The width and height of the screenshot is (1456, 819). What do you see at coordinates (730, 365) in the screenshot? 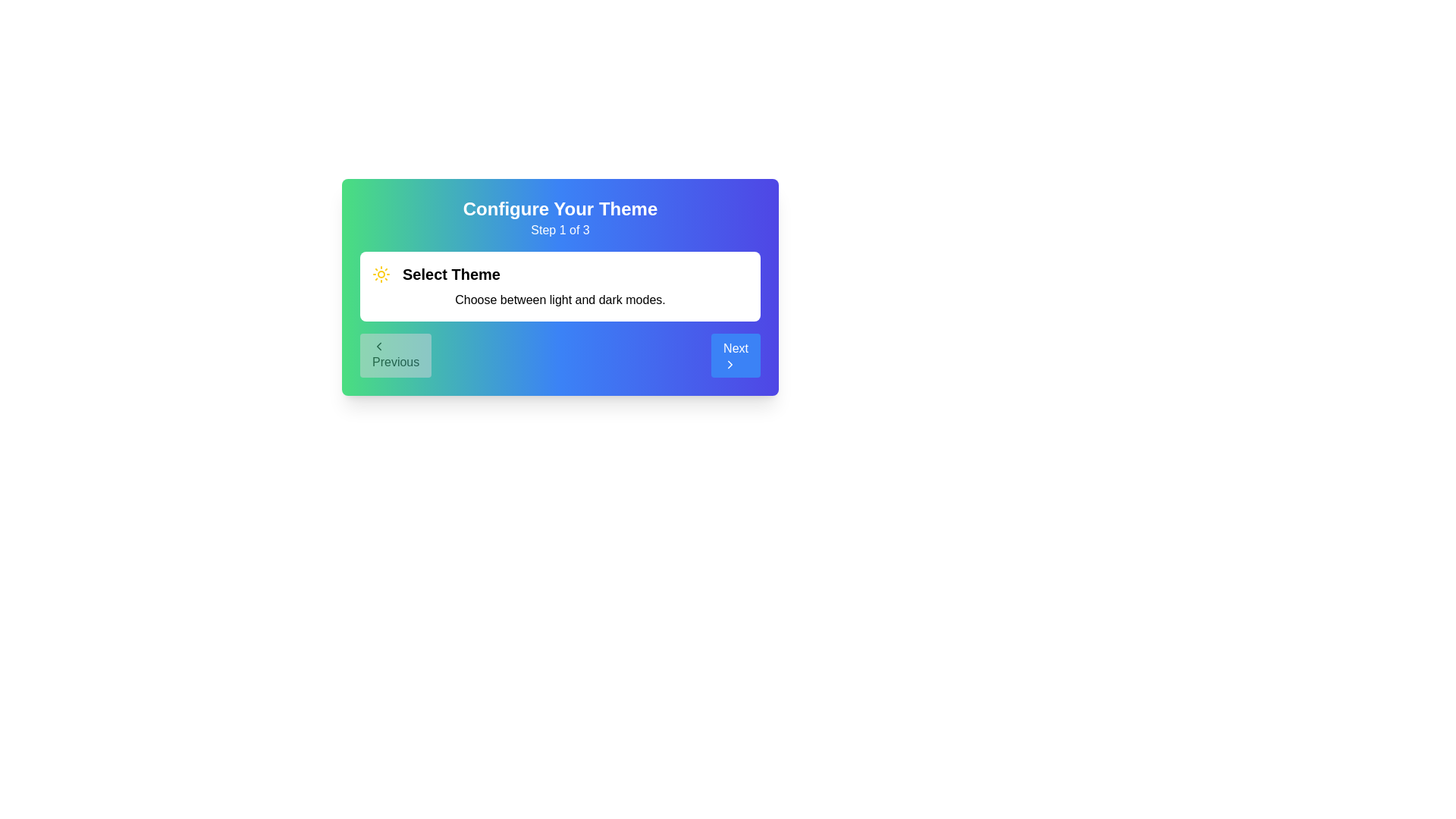
I see `the chevron icon located on the right side of the 'Next' button` at bounding box center [730, 365].